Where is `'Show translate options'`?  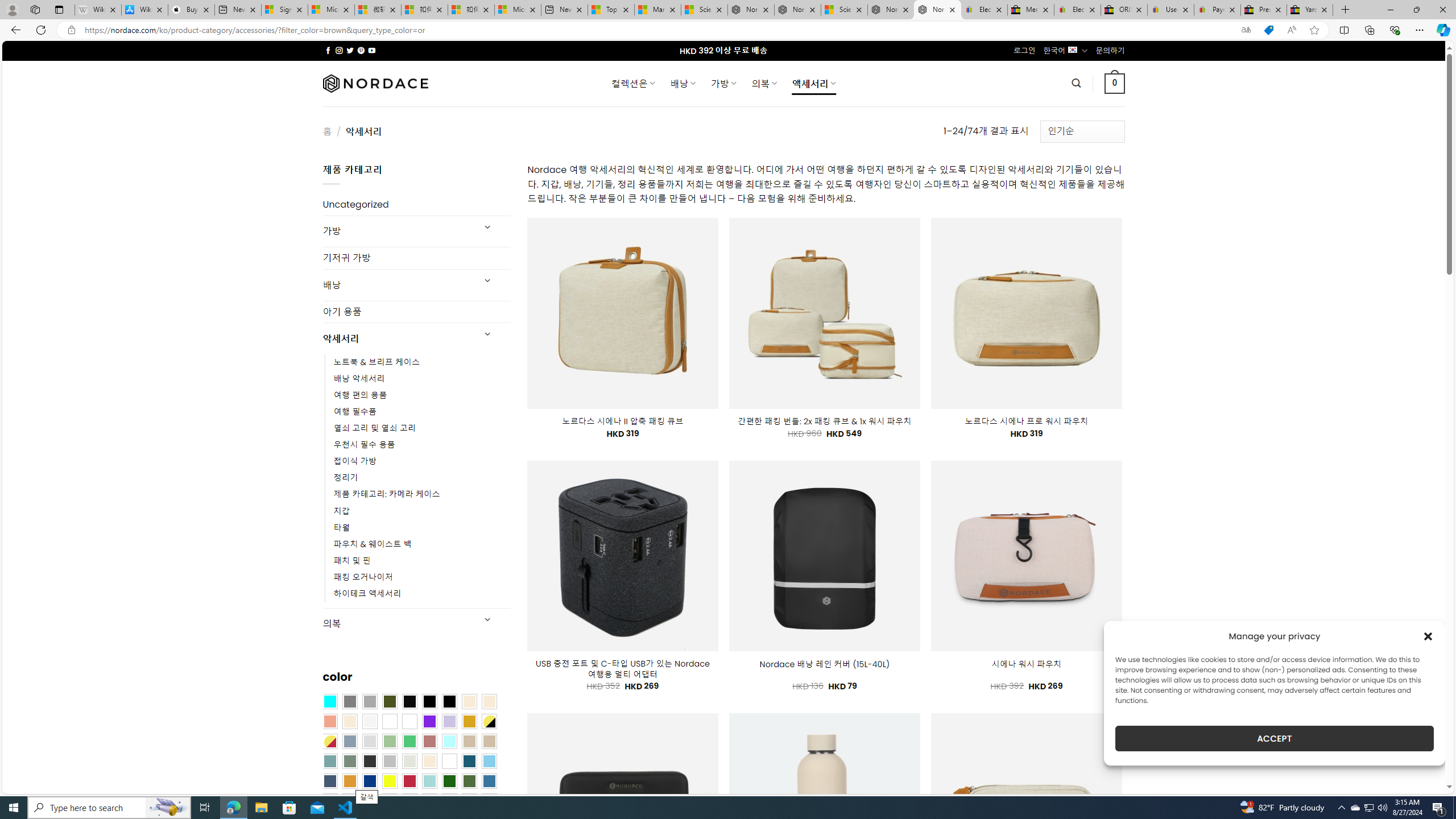 'Show translate options' is located at coordinates (1246, 30).